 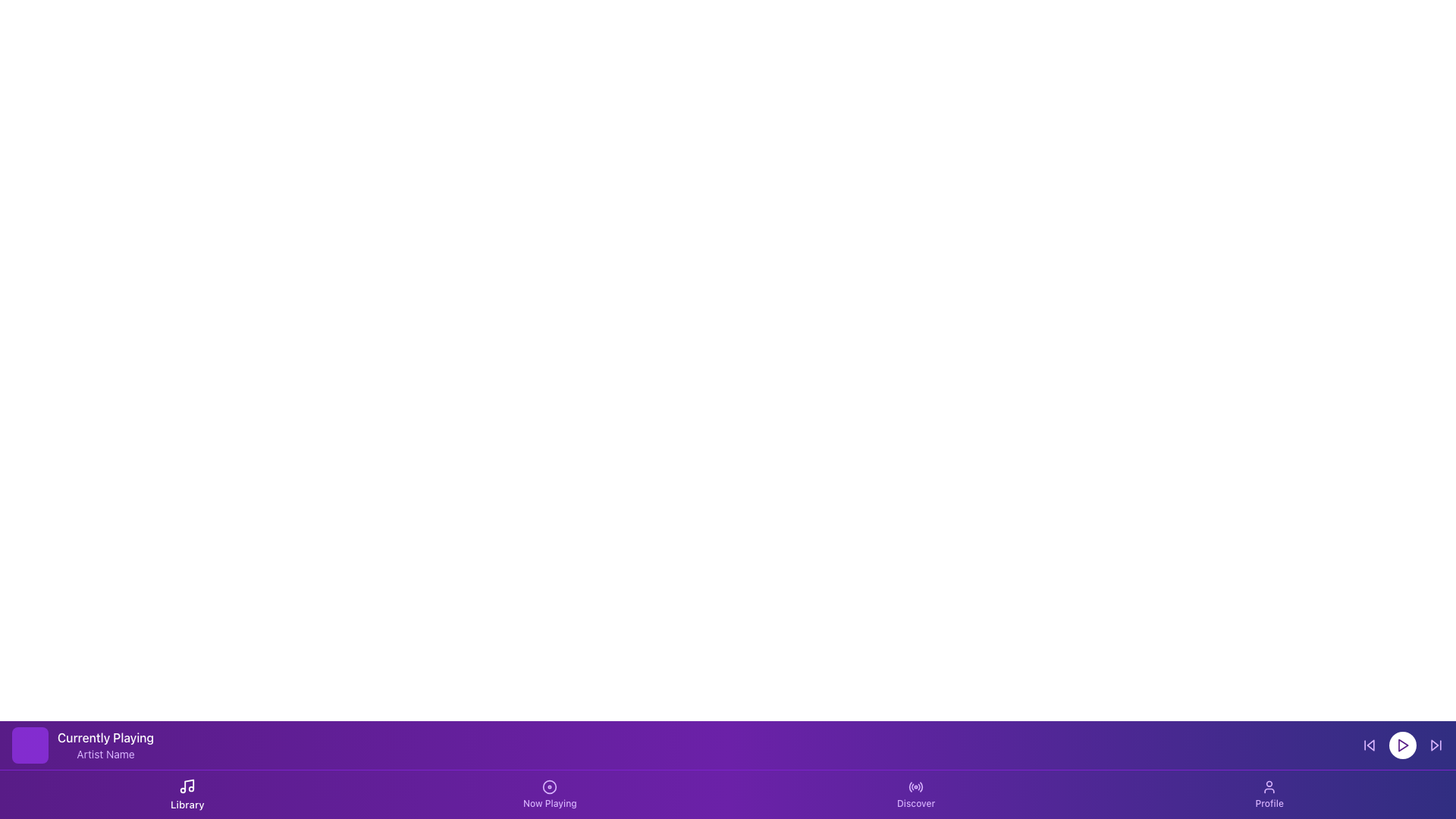 I want to click on the 'Discover' text label located in the bottom navigation bar, so click(x=915, y=803).